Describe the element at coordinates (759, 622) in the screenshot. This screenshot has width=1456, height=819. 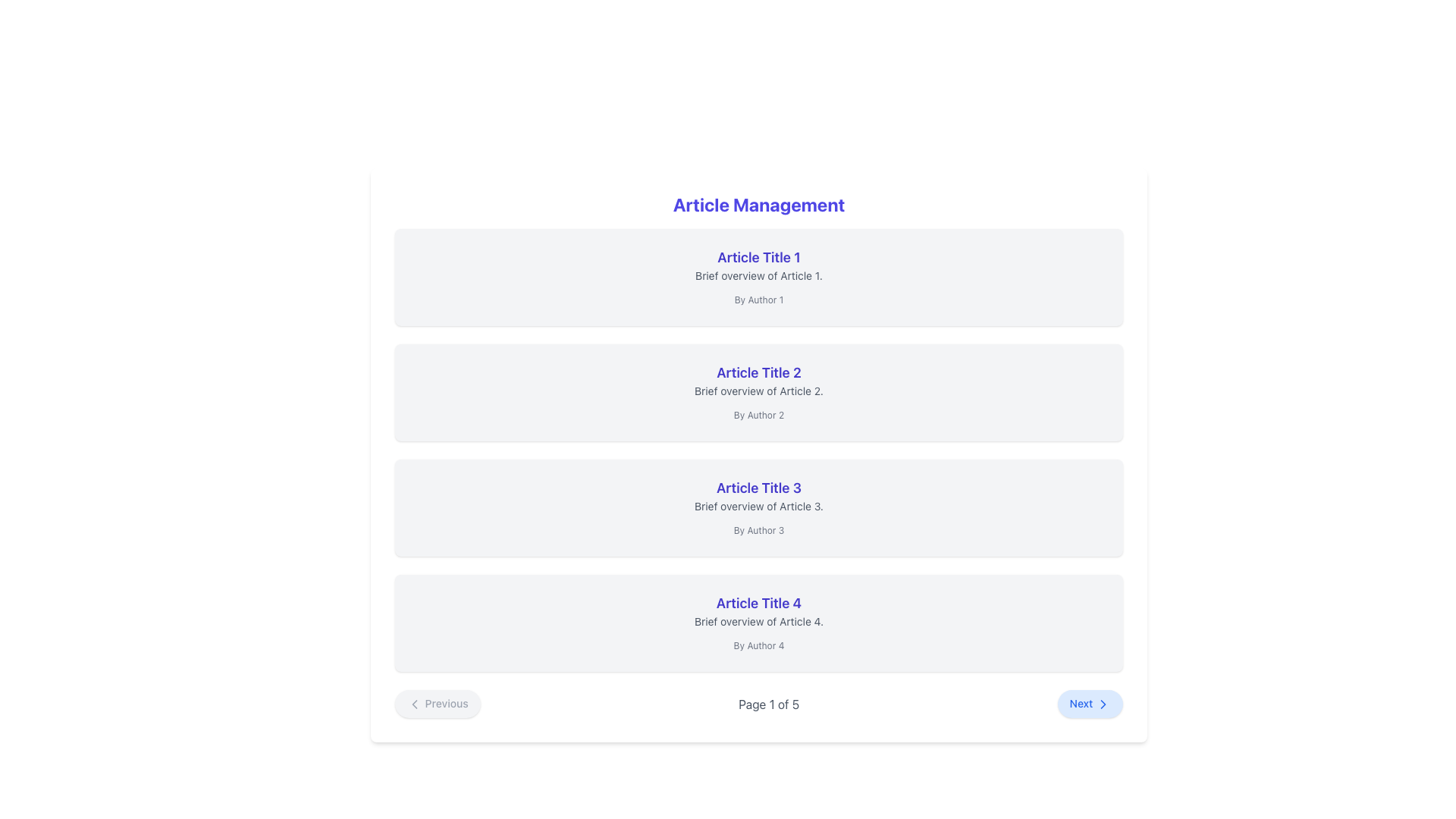
I see `the static text label that reads 'Brief overview of Article 4.' located within the description section of the fourth article card` at that location.